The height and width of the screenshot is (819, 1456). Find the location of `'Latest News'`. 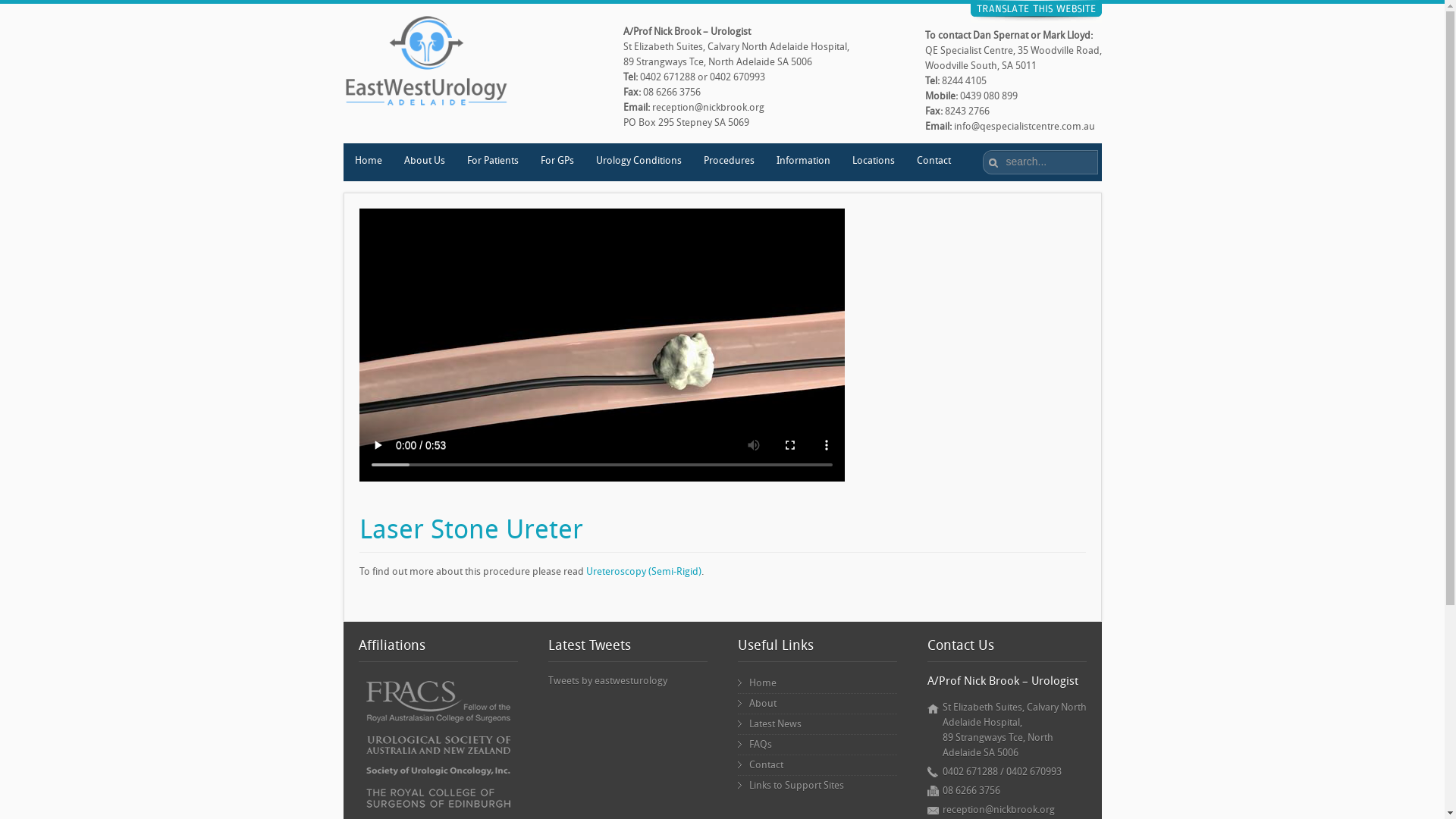

'Latest News' is located at coordinates (815, 723).